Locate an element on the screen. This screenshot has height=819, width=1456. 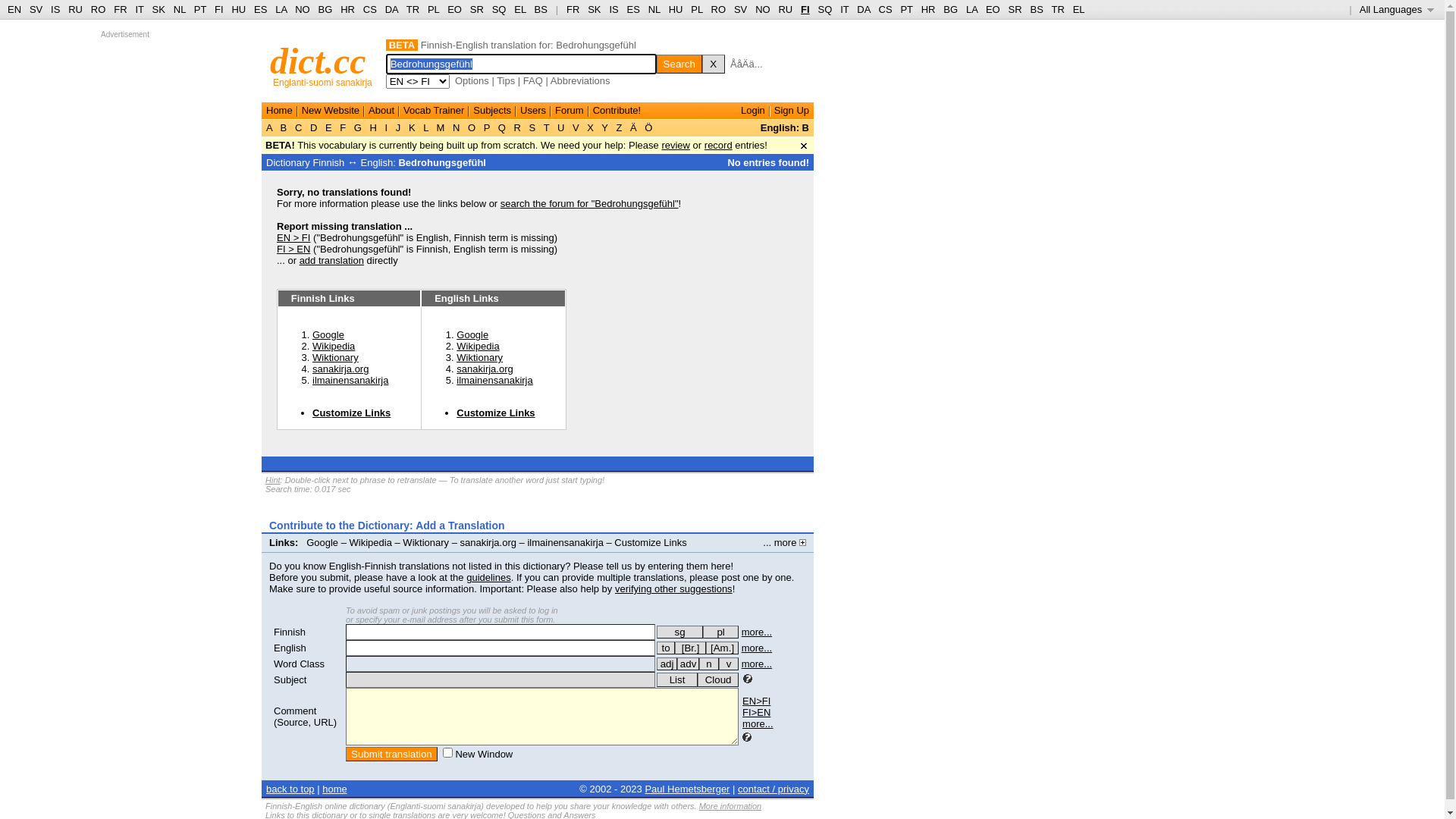
'HU' is located at coordinates (675, 9).